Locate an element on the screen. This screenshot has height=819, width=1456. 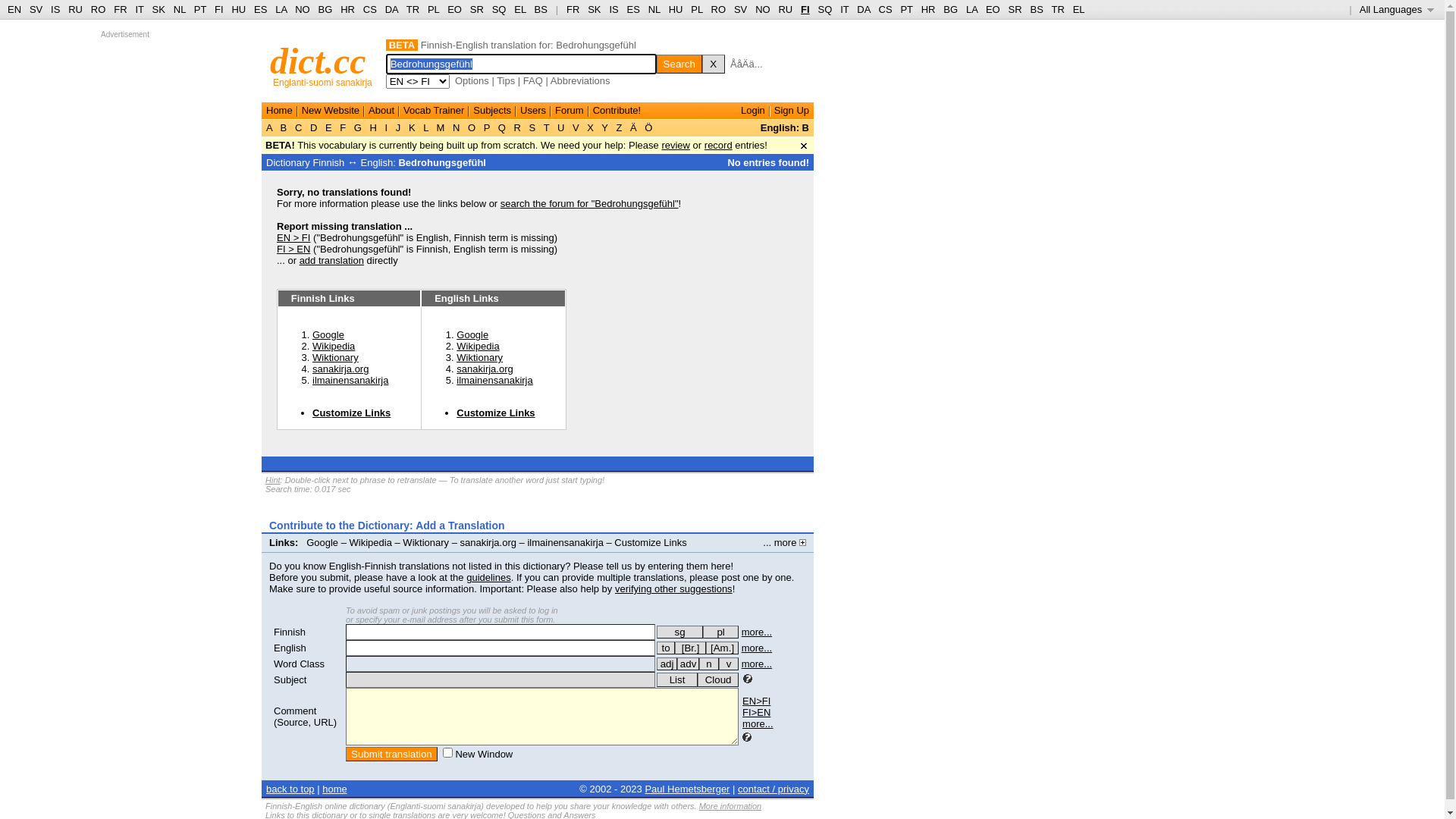
'HU' is located at coordinates (675, 9).